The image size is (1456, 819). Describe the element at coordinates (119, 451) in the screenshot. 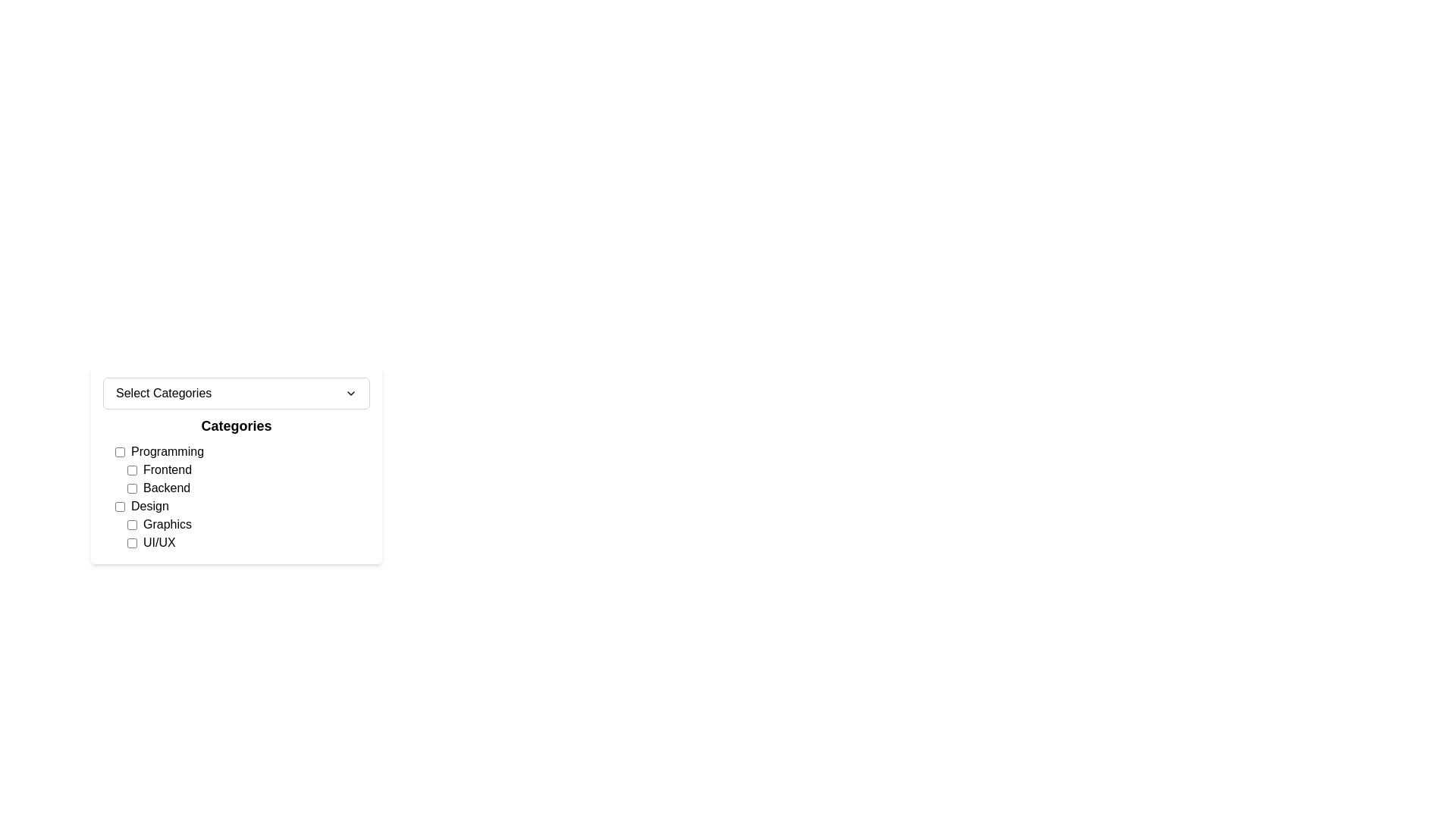

I see `the checkbox located to the left of the 'Programming' label` at that location.